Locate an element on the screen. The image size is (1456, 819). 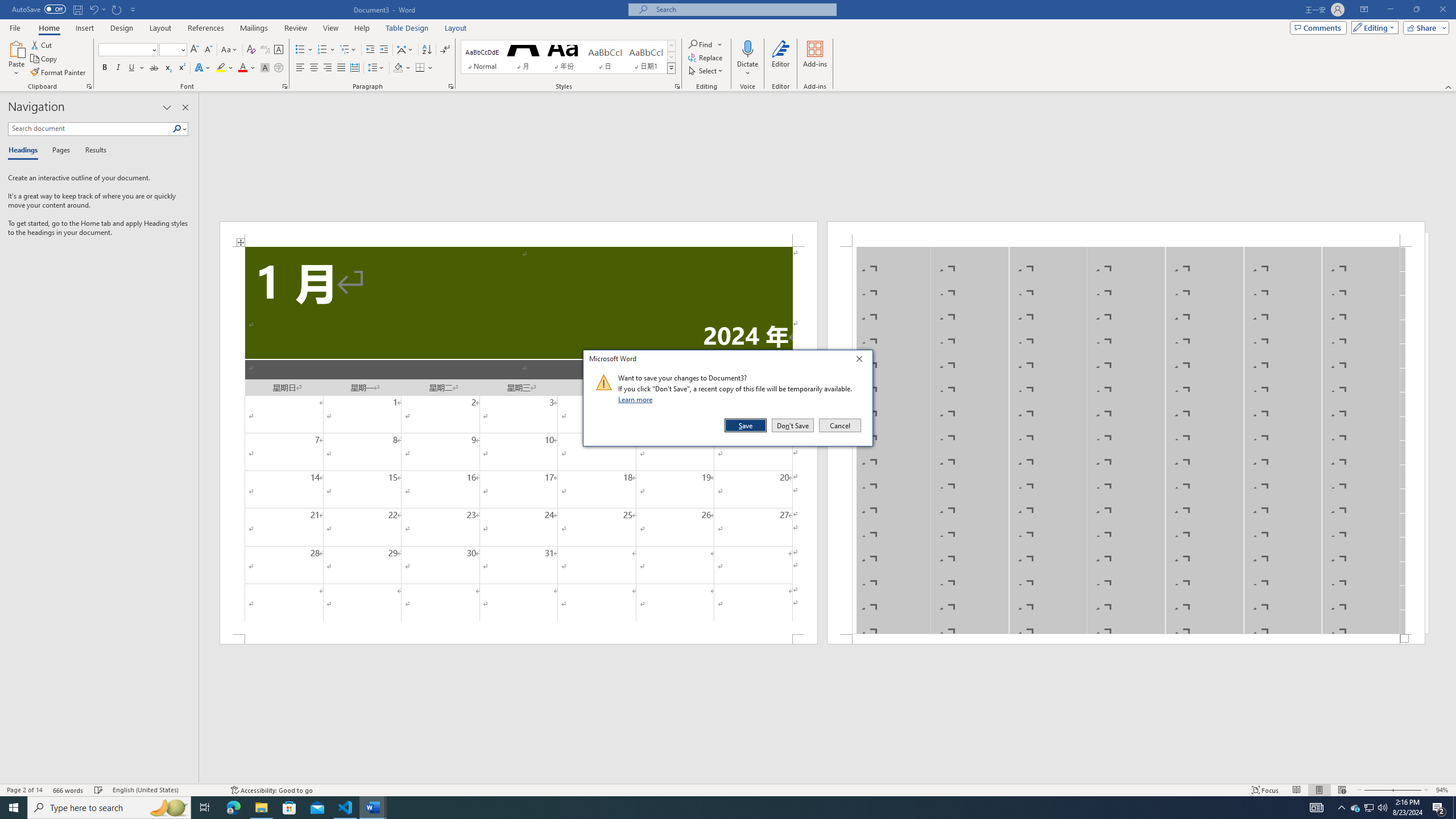
'Microsoft Edge' is located at coordinates (233, 806).